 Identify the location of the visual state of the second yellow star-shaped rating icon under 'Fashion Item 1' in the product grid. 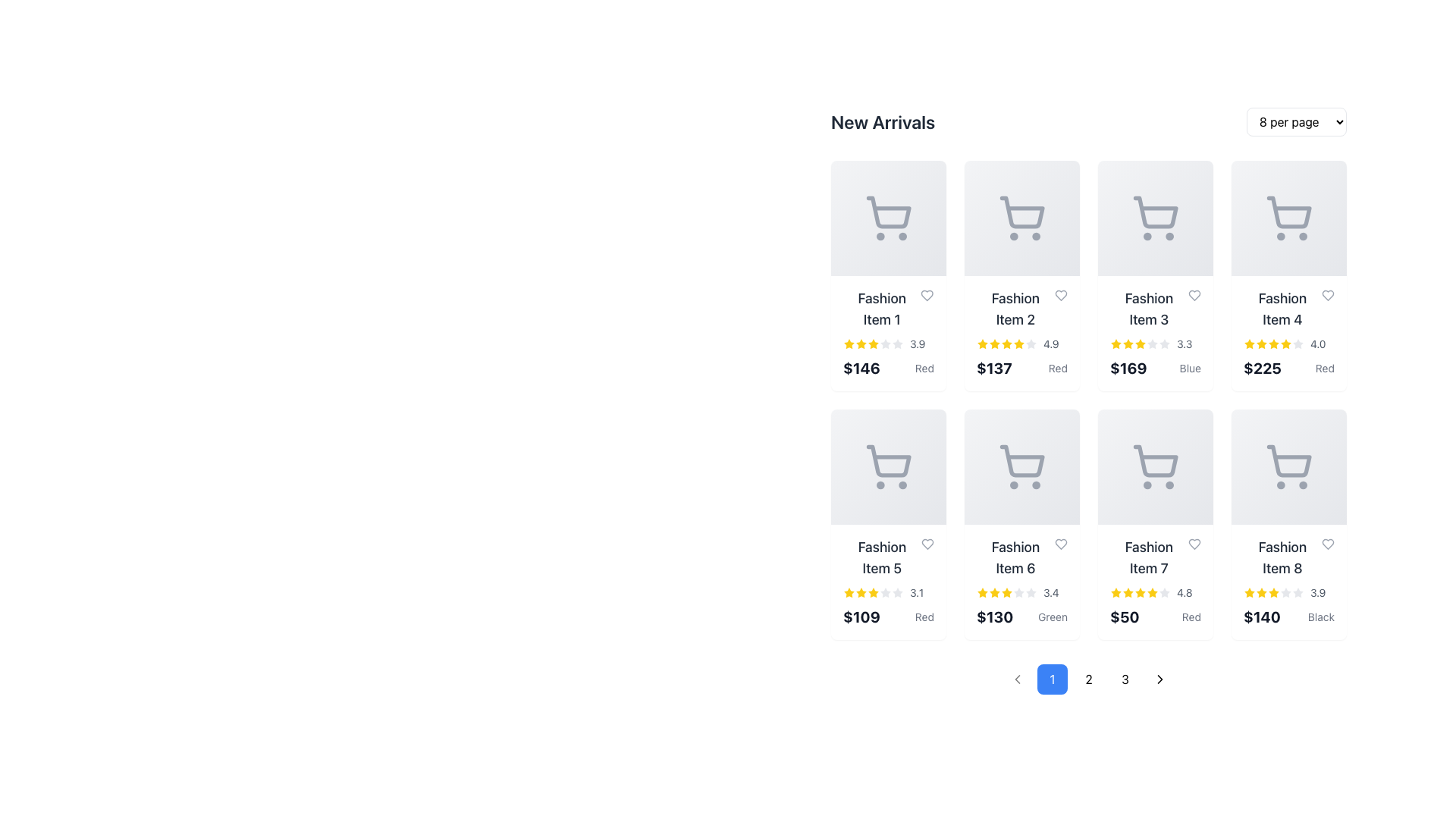
(861, 344).